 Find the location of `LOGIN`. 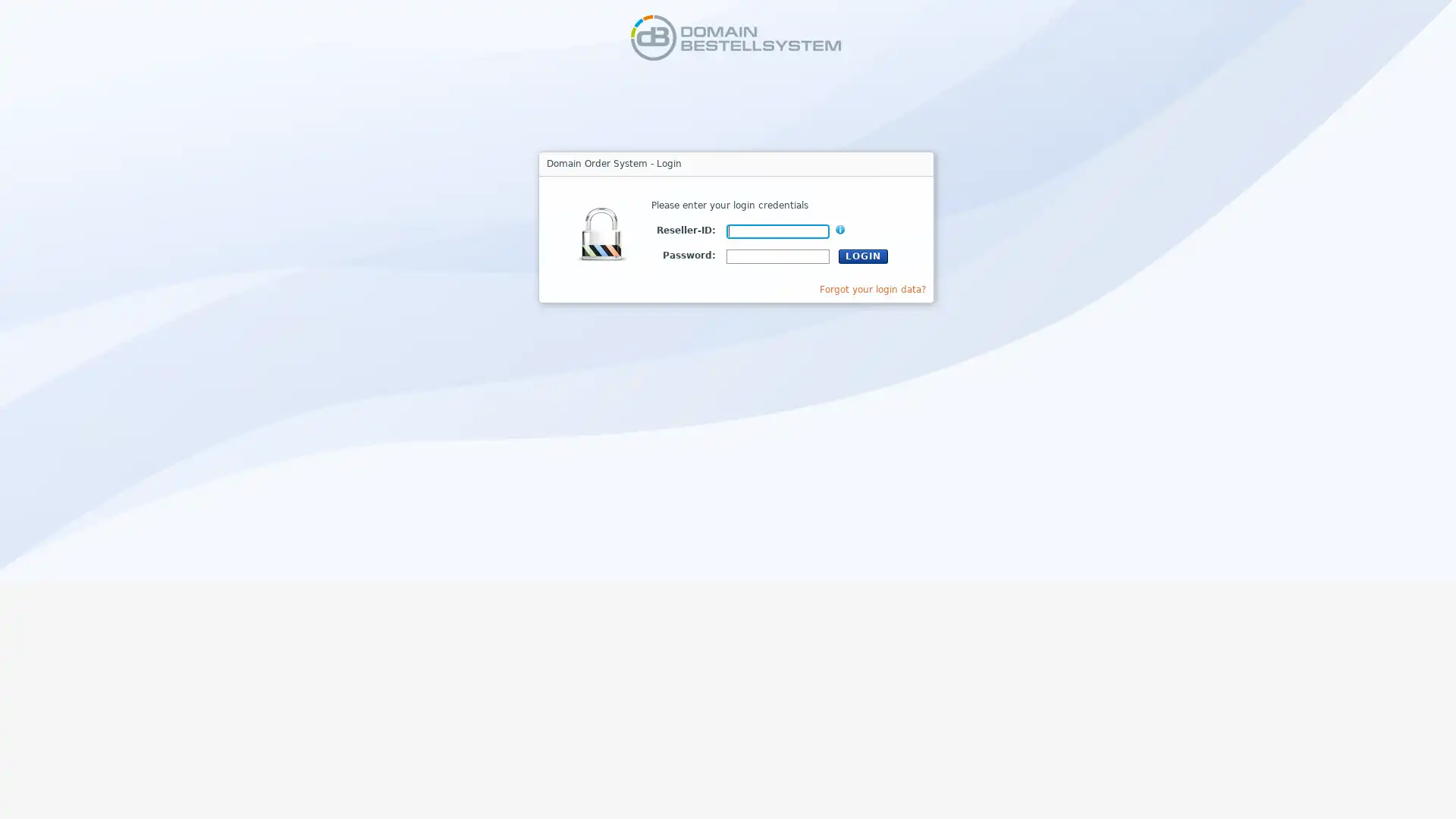

LOGIN is located at coordinates (863, 255).